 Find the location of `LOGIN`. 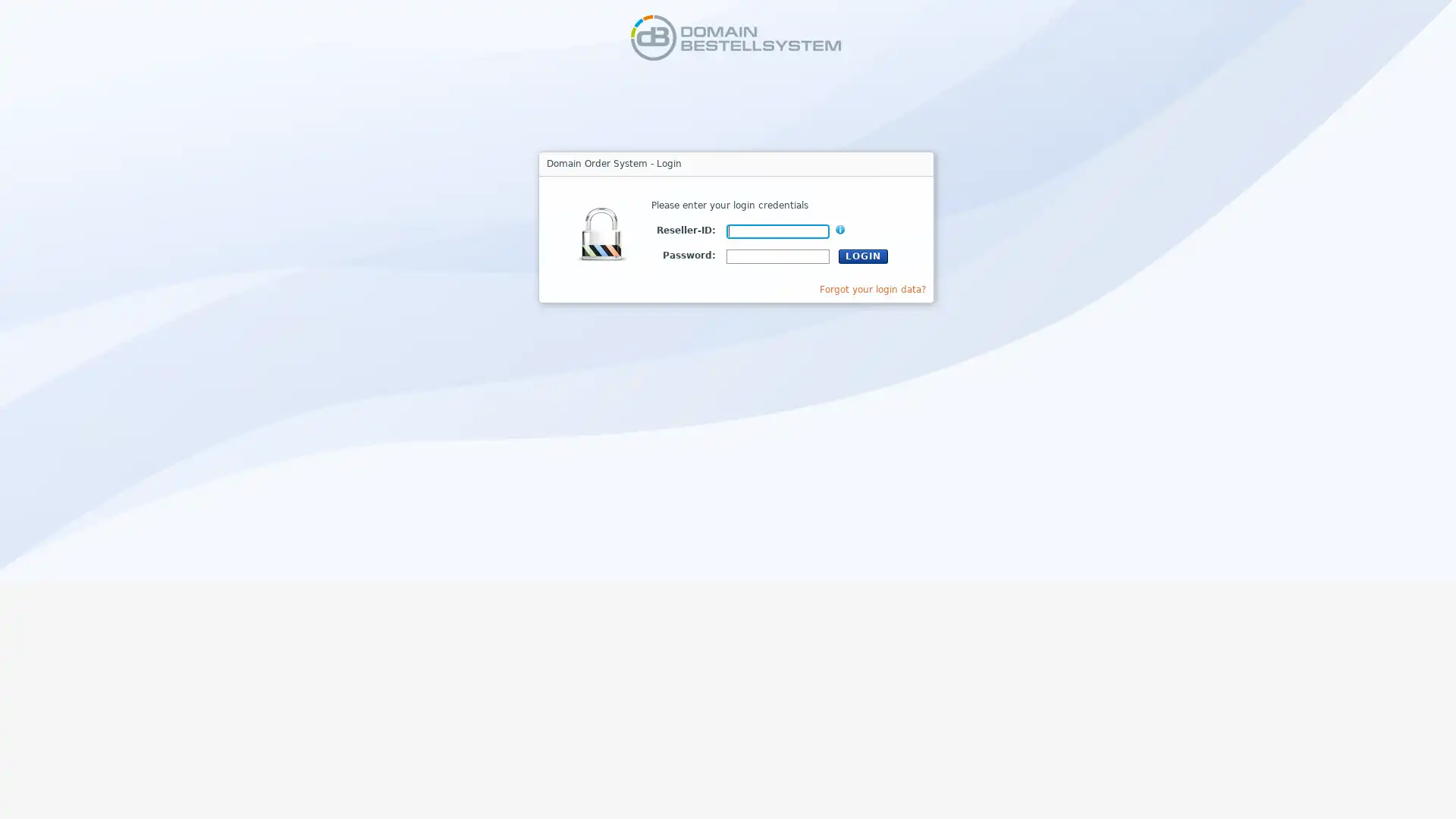

LOGIN is located at coordinates (863, 255).